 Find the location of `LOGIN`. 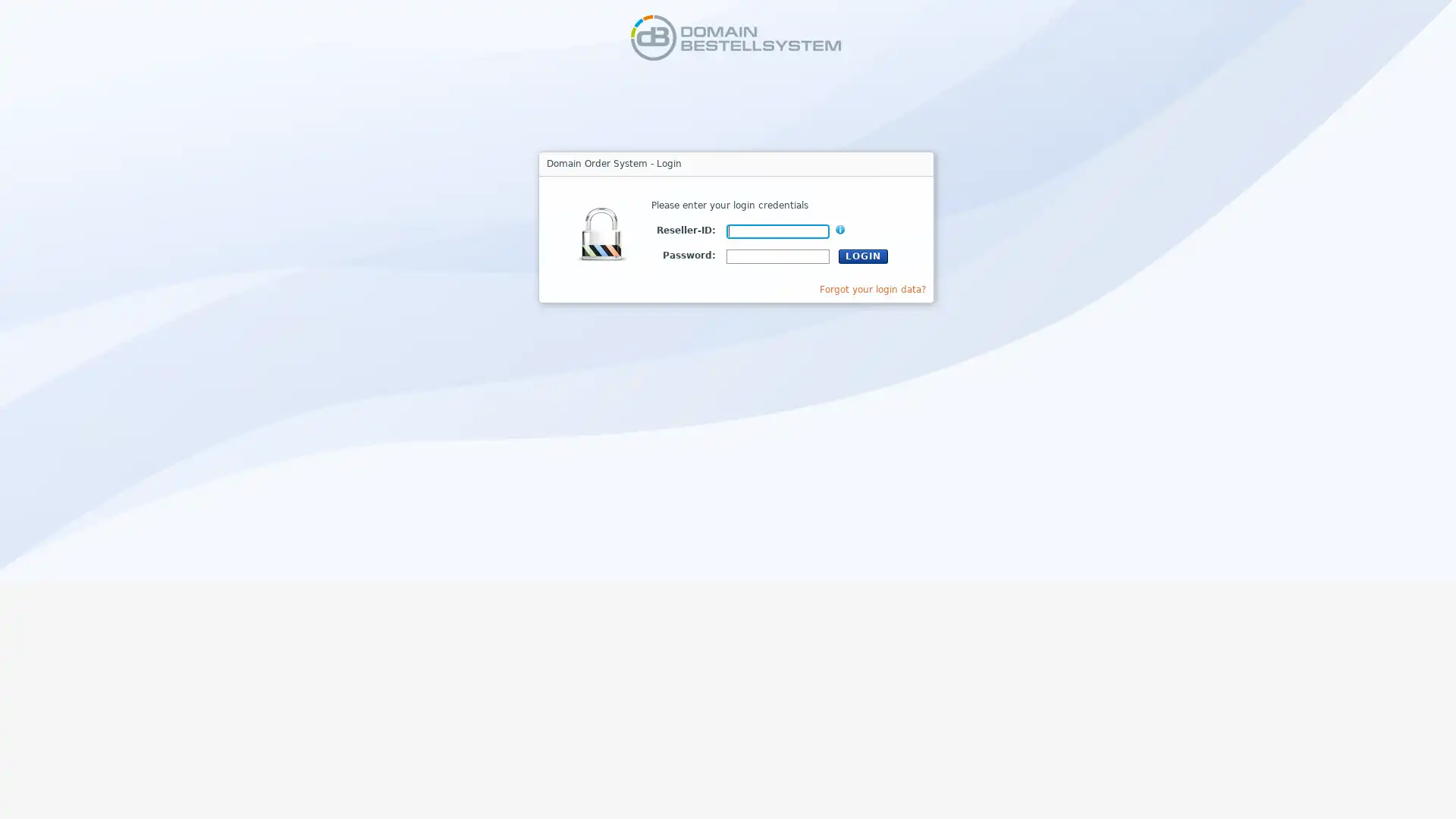

LOGIN is located at coordinates (863, 255).